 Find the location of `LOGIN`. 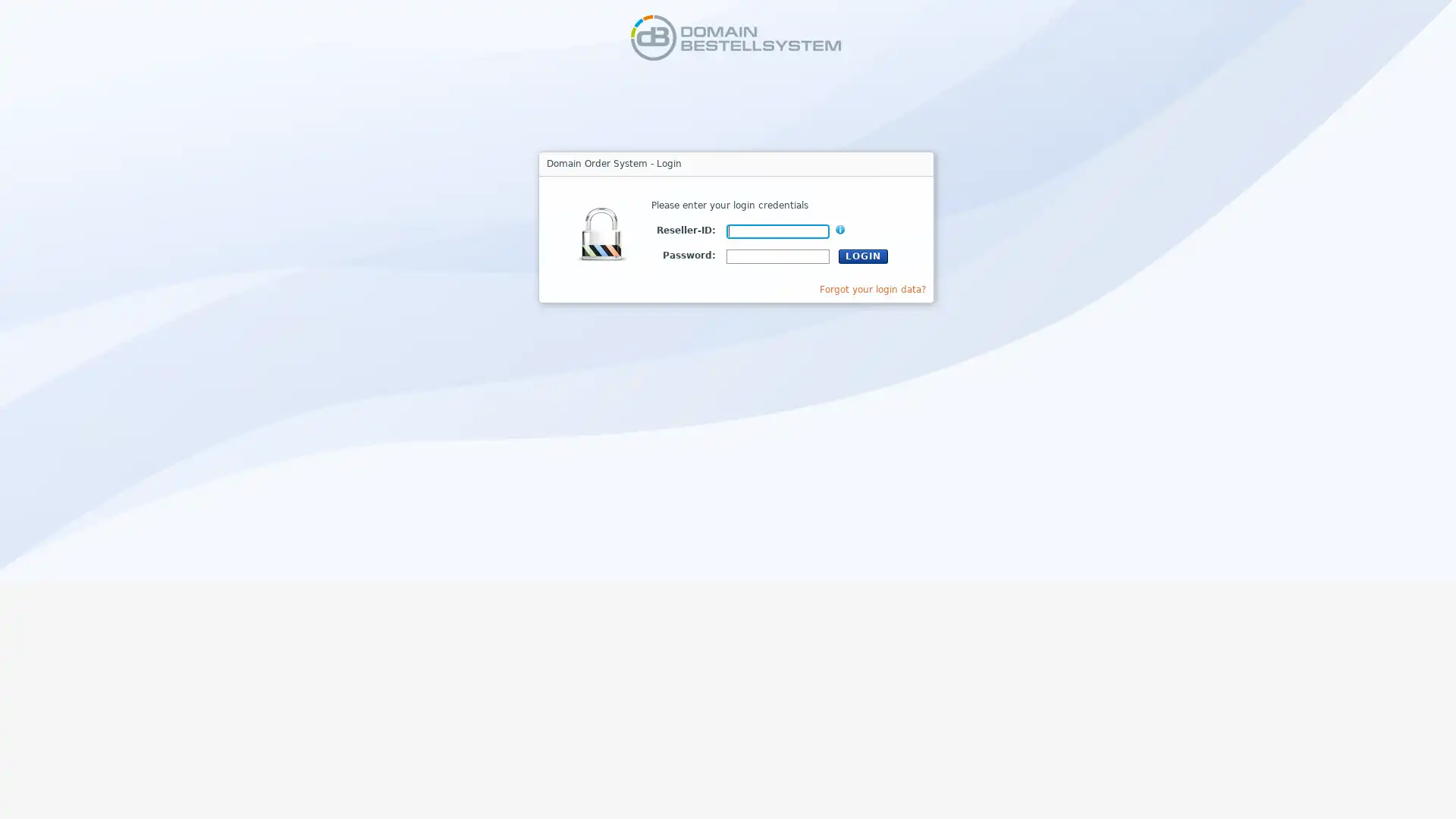

LOGIN is located at coordinates (863, 255).